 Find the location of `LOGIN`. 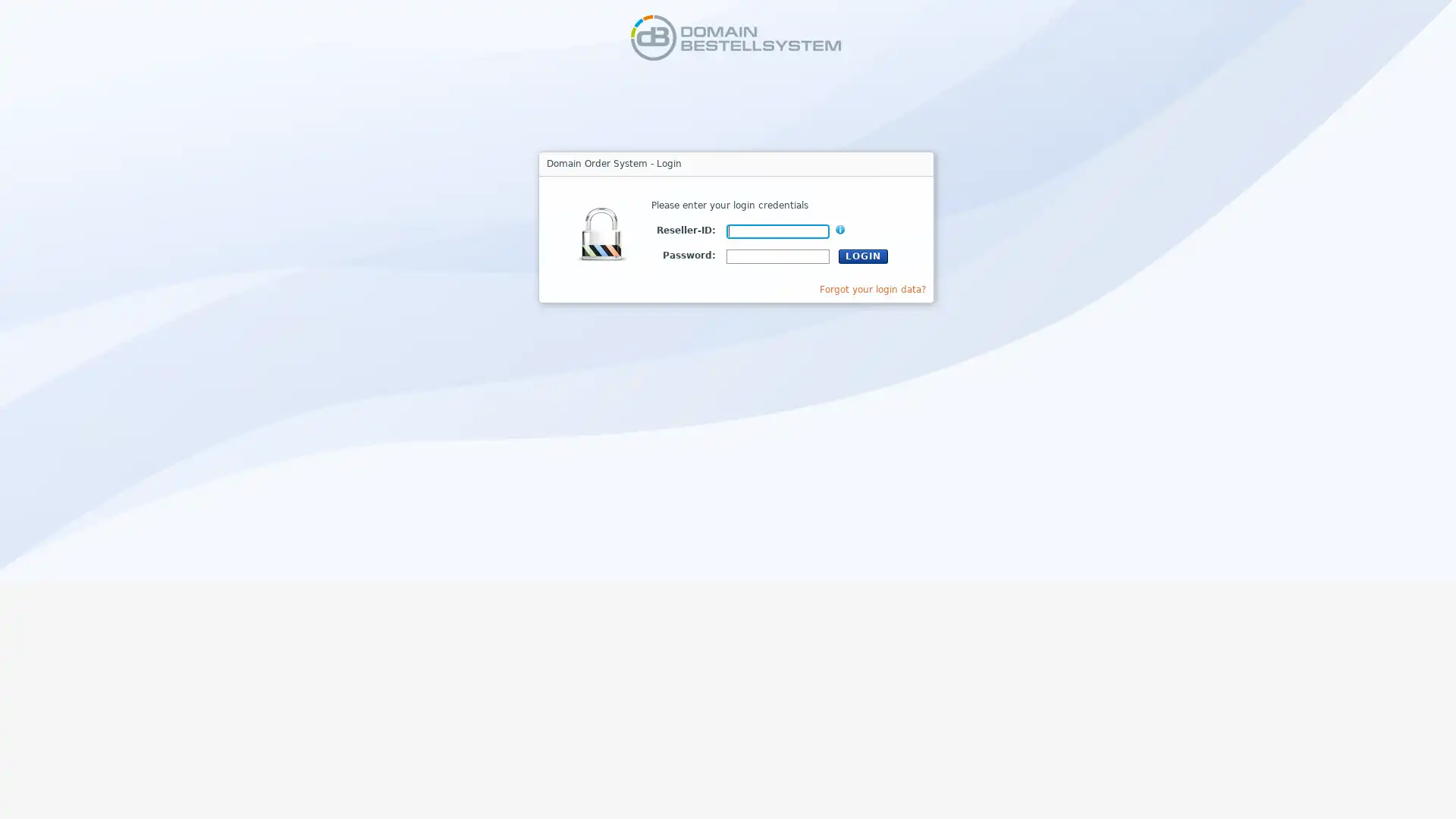

LOGIN is located at coordinates (863, 255).